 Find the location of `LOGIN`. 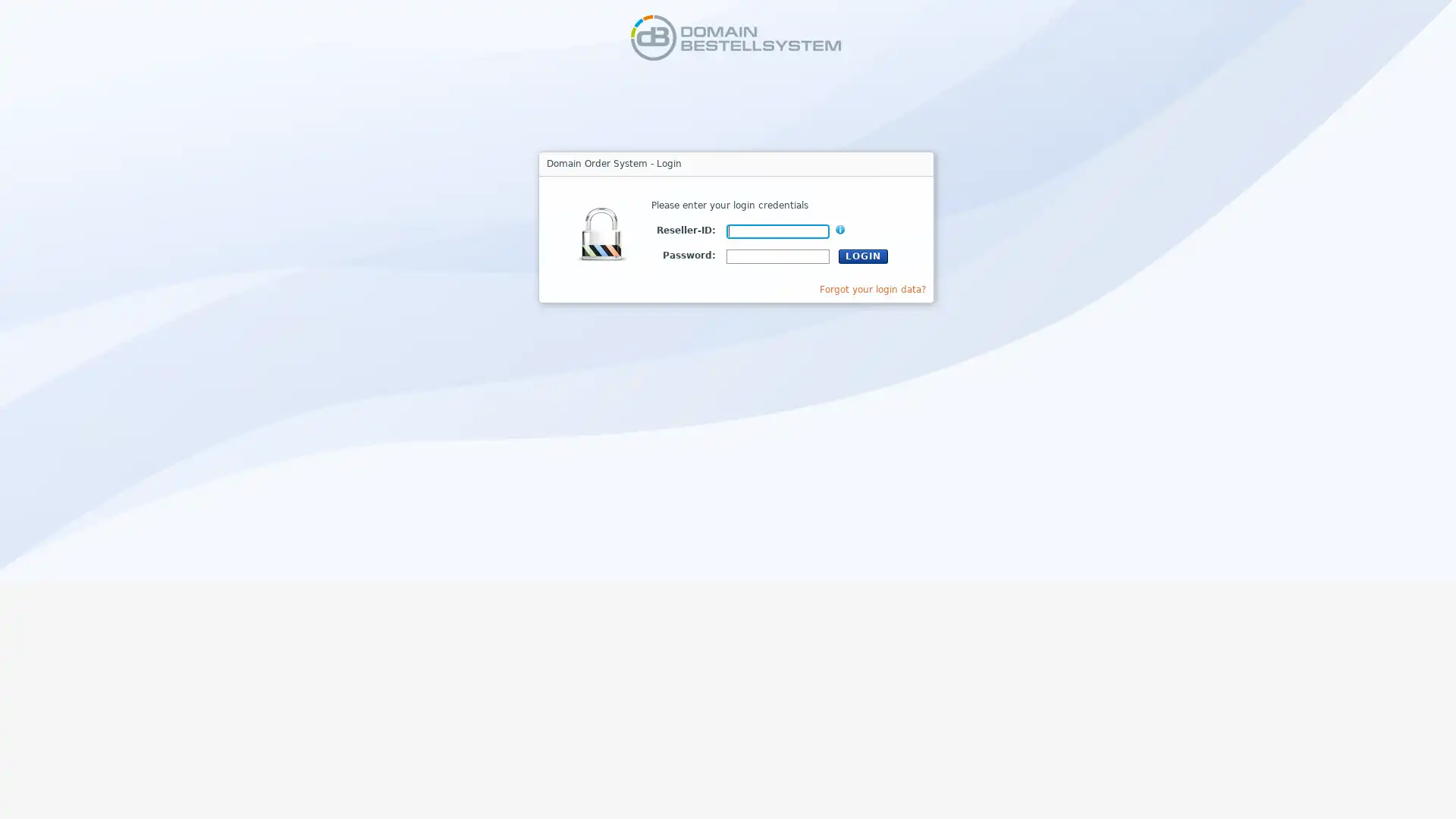

LOGIN is located at coordinates (863, 255).